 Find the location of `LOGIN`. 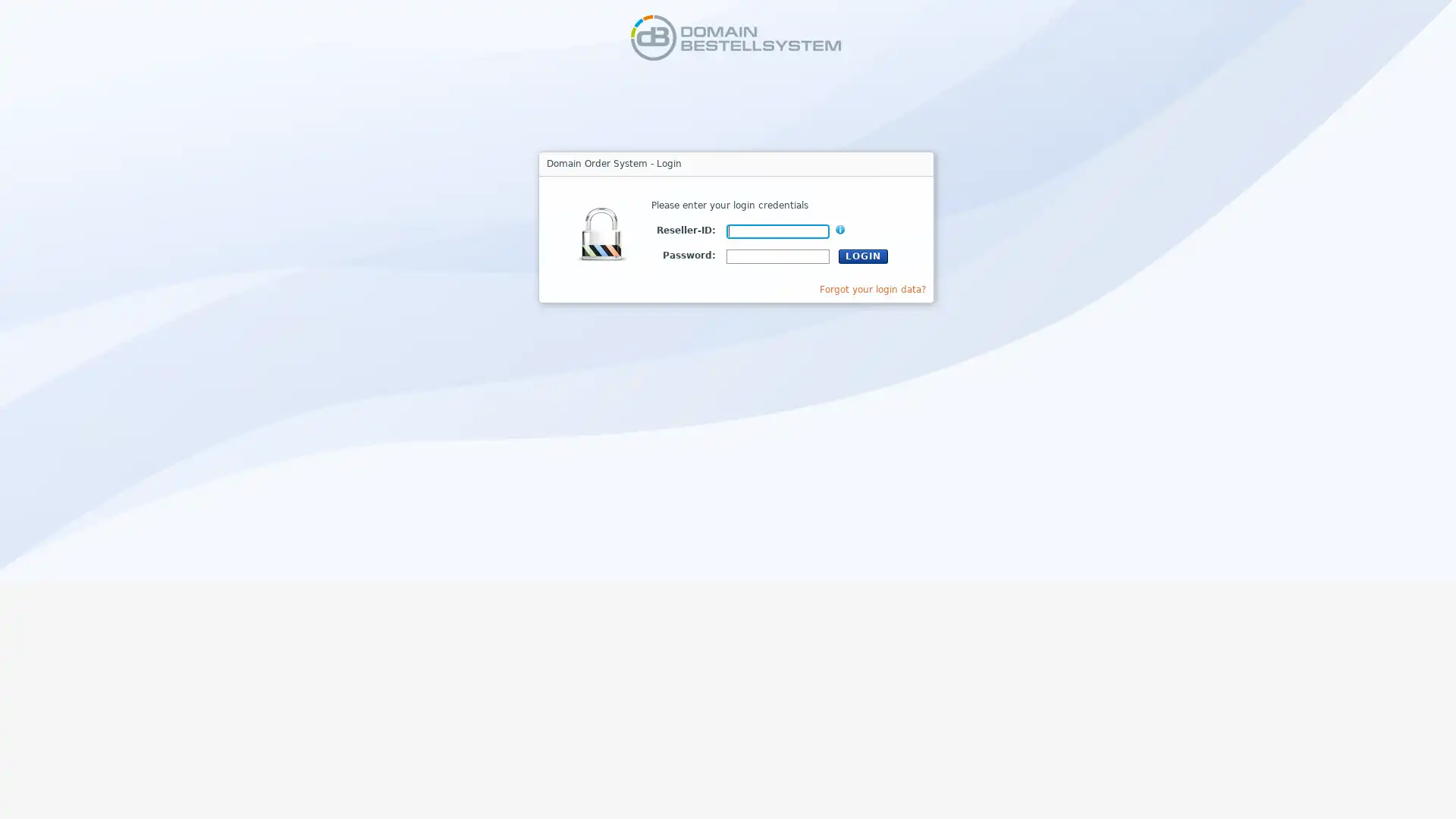

LOGIN is located at coordinates (863, 255).